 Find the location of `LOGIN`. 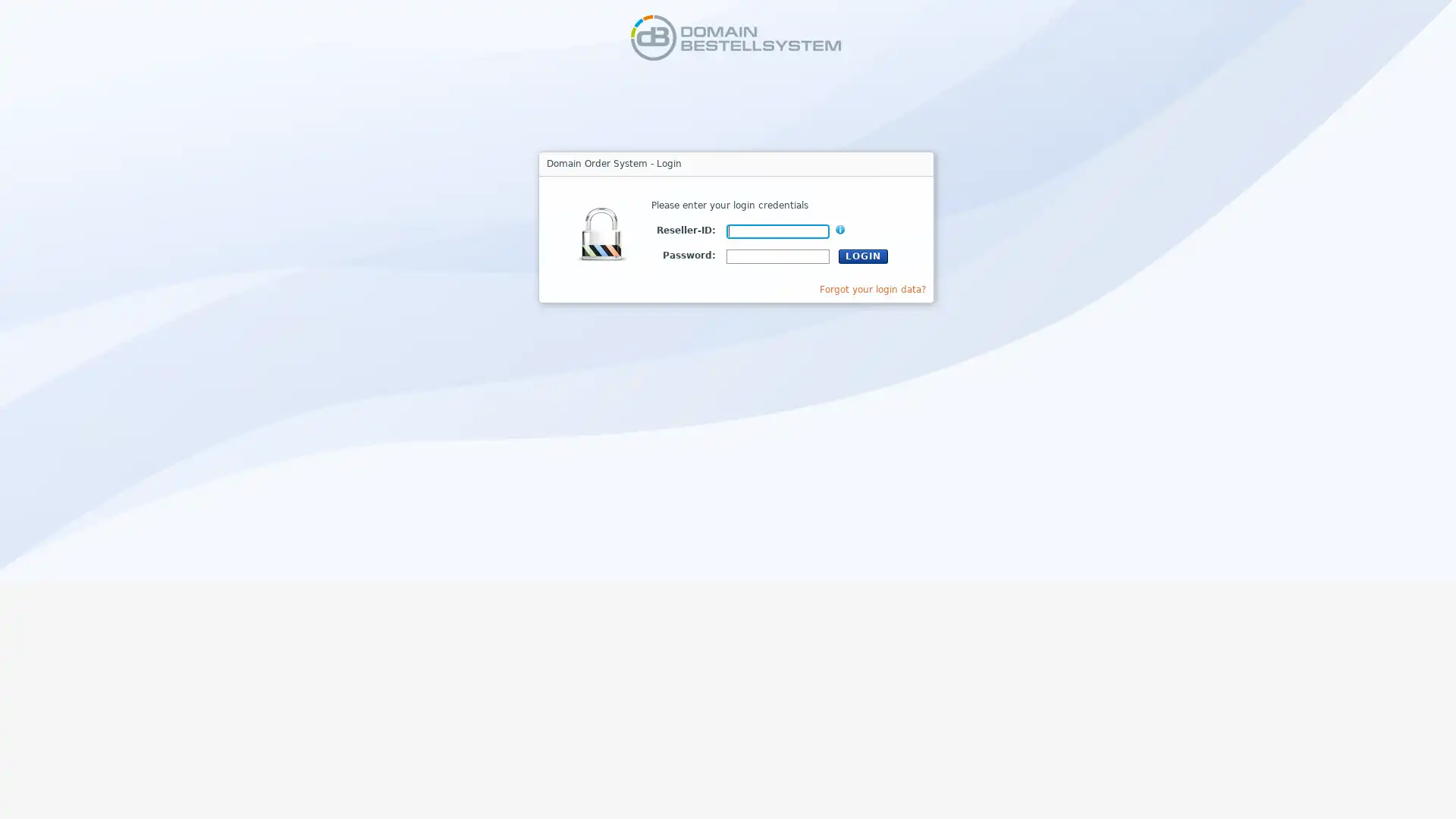

LOGIN is located at coordinates (863, 255).